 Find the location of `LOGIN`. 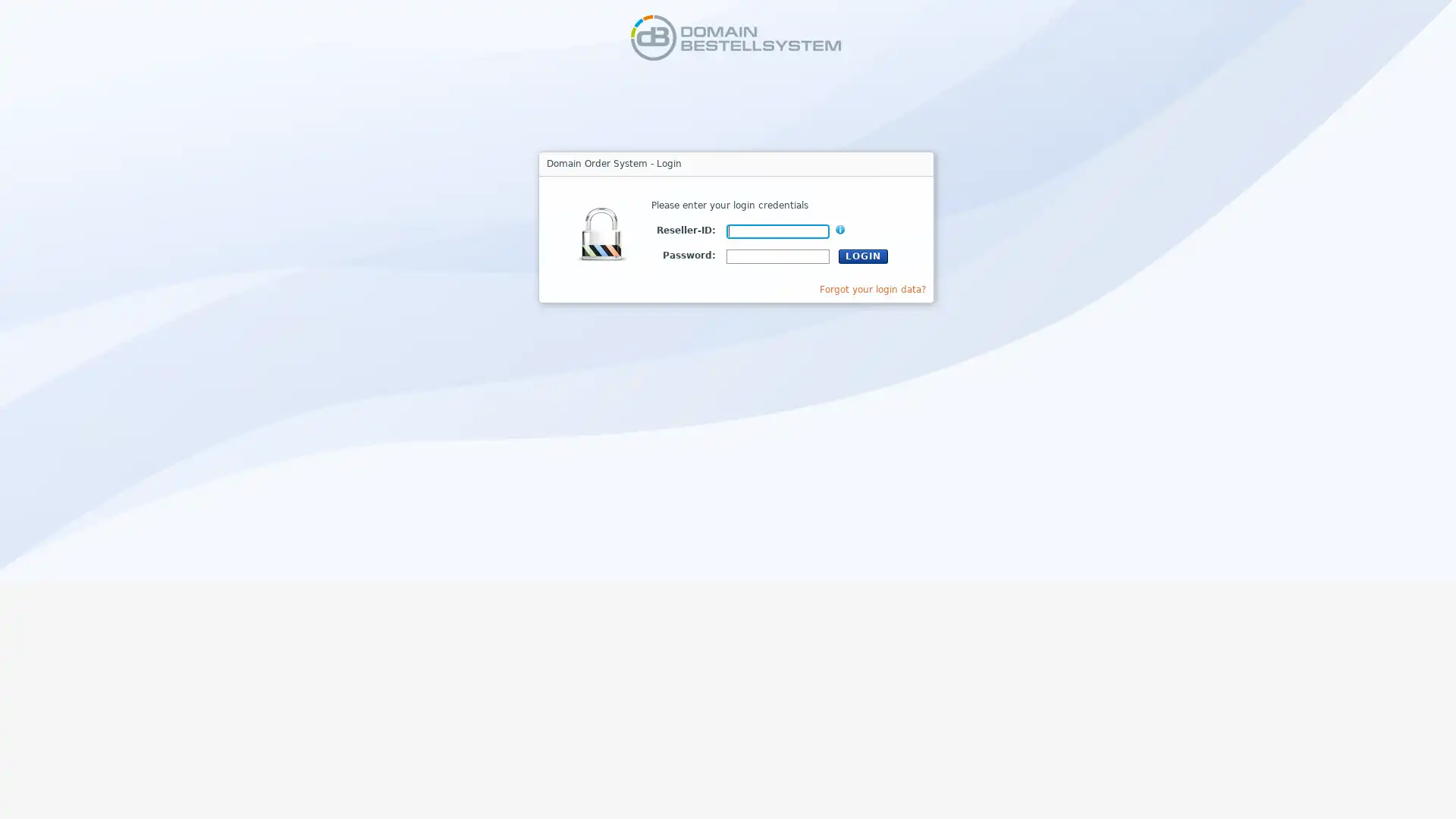

LOGIN is located at coordinates (863, 255).